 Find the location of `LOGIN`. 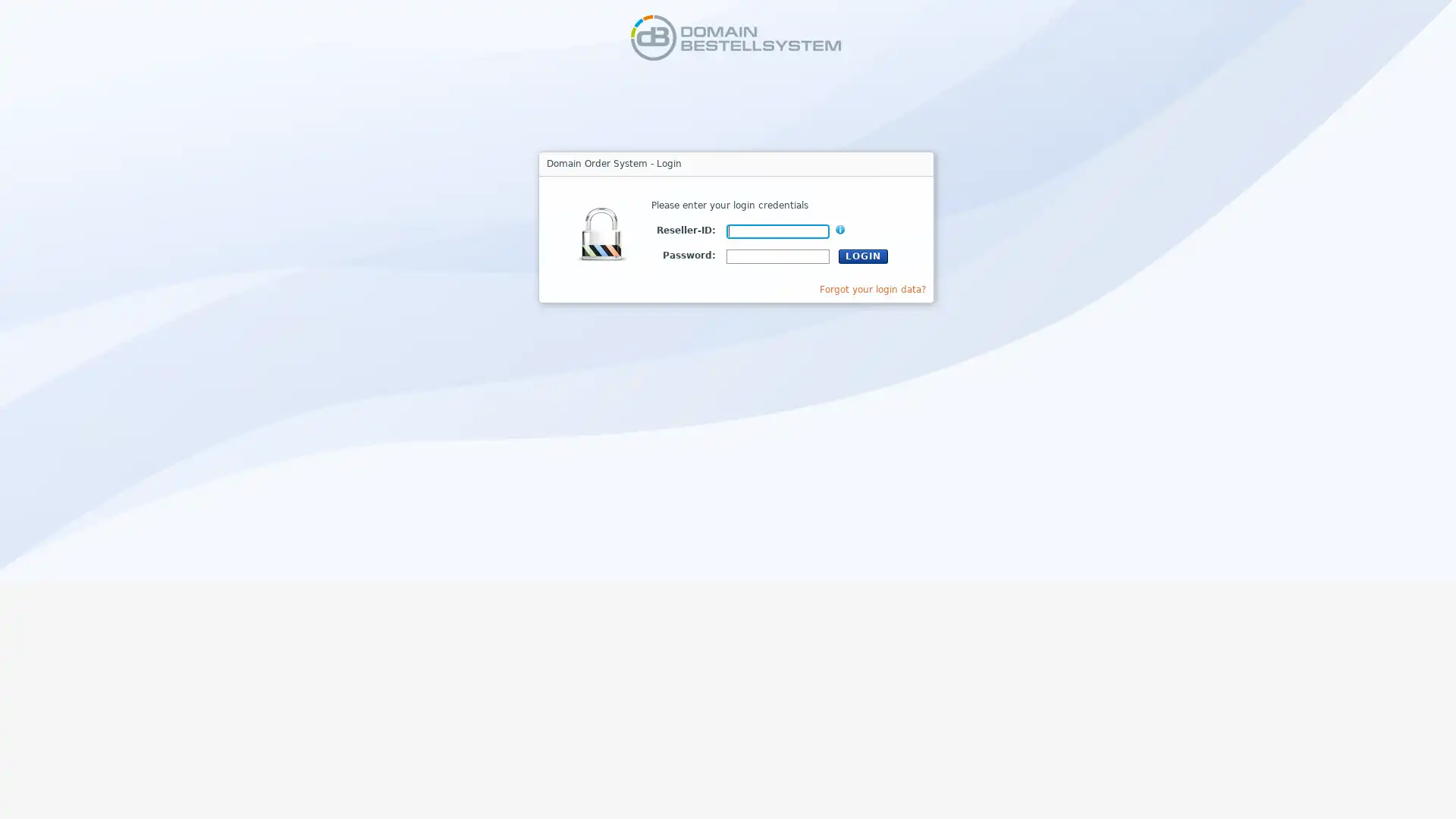

LOGIN is located at coordinates (863, 255).